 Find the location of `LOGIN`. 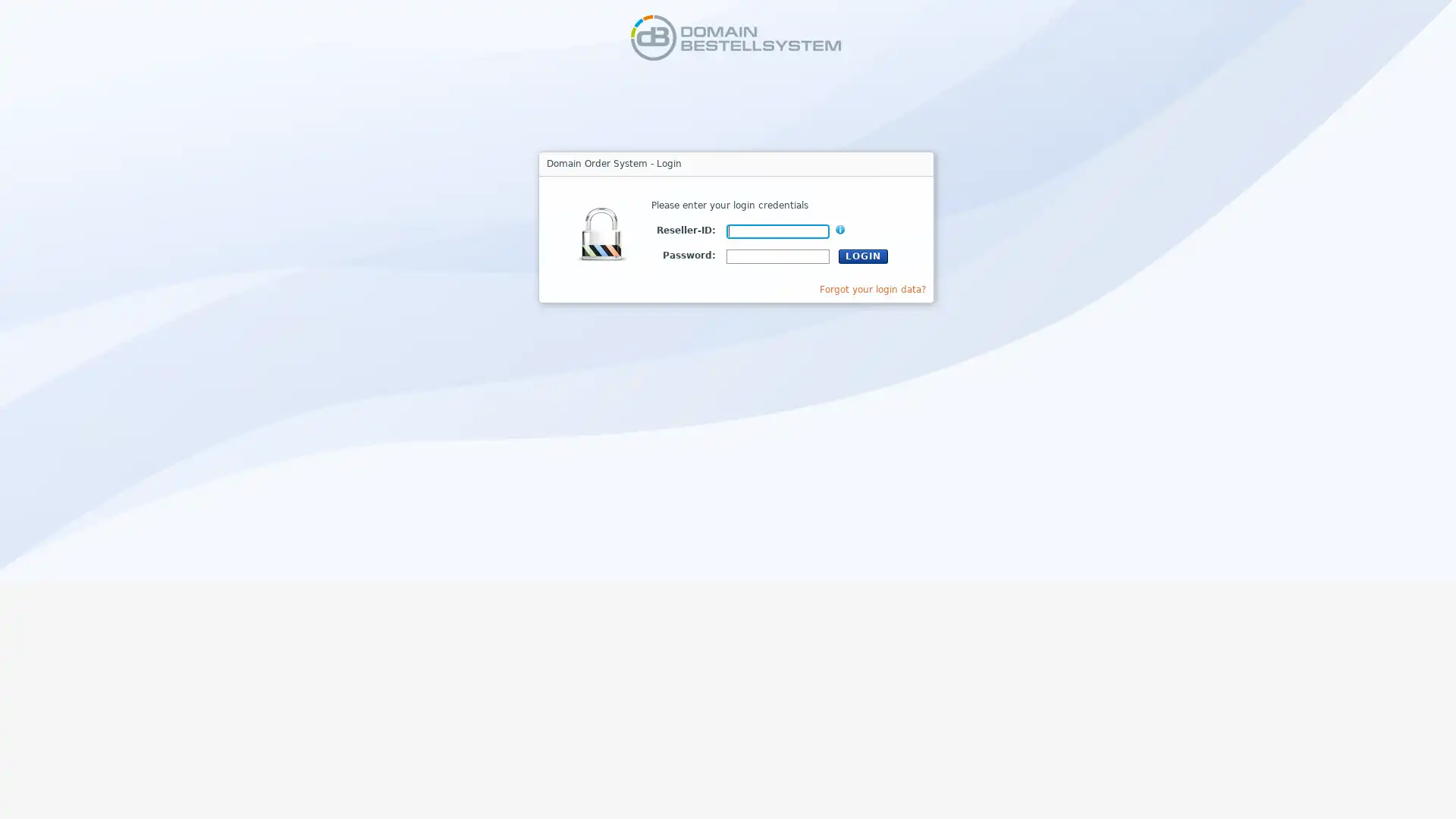

LOGIN is located at coordinates (863, 255).